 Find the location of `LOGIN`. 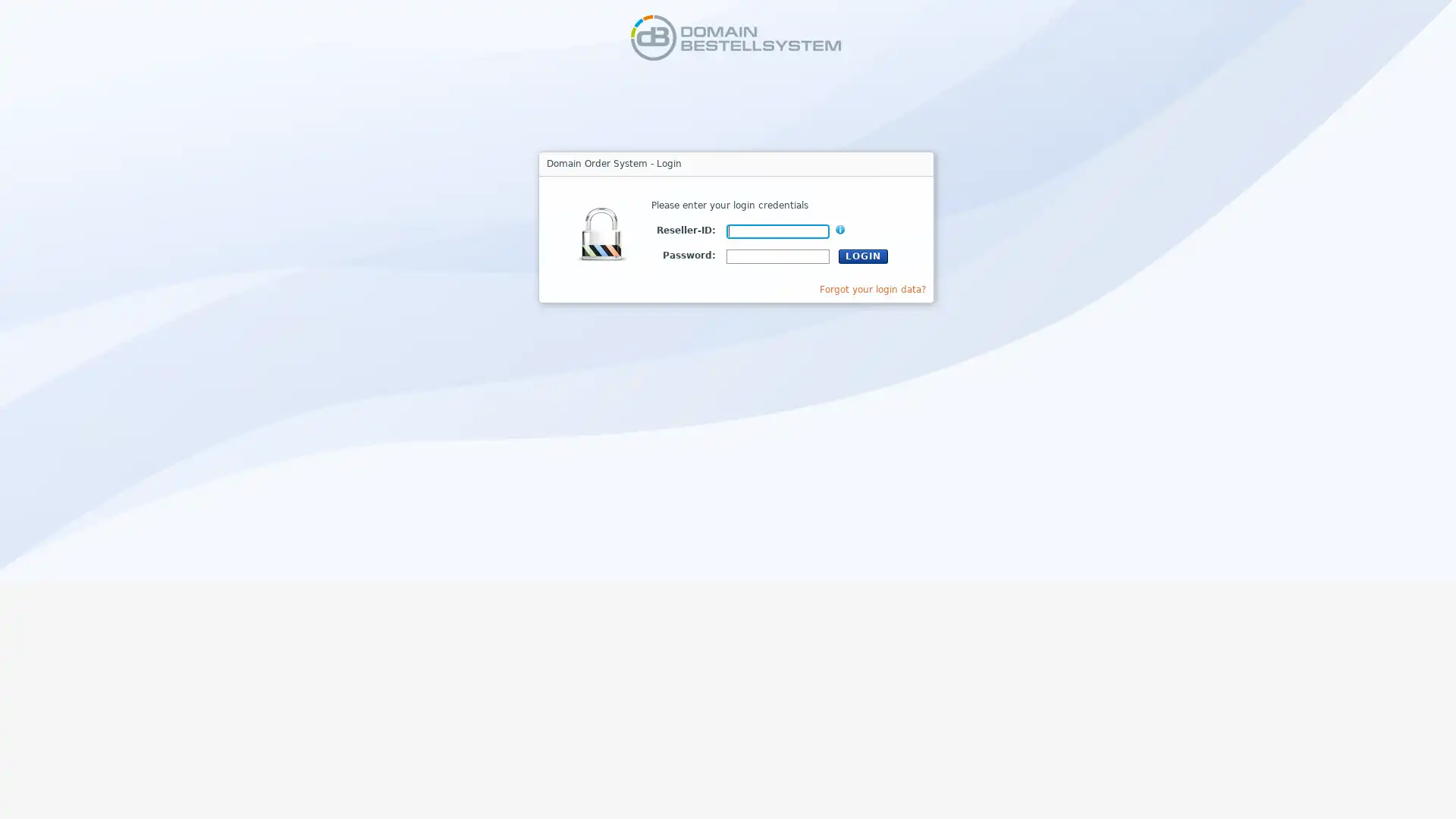

LOGIN is located at coordinates (863, 255).